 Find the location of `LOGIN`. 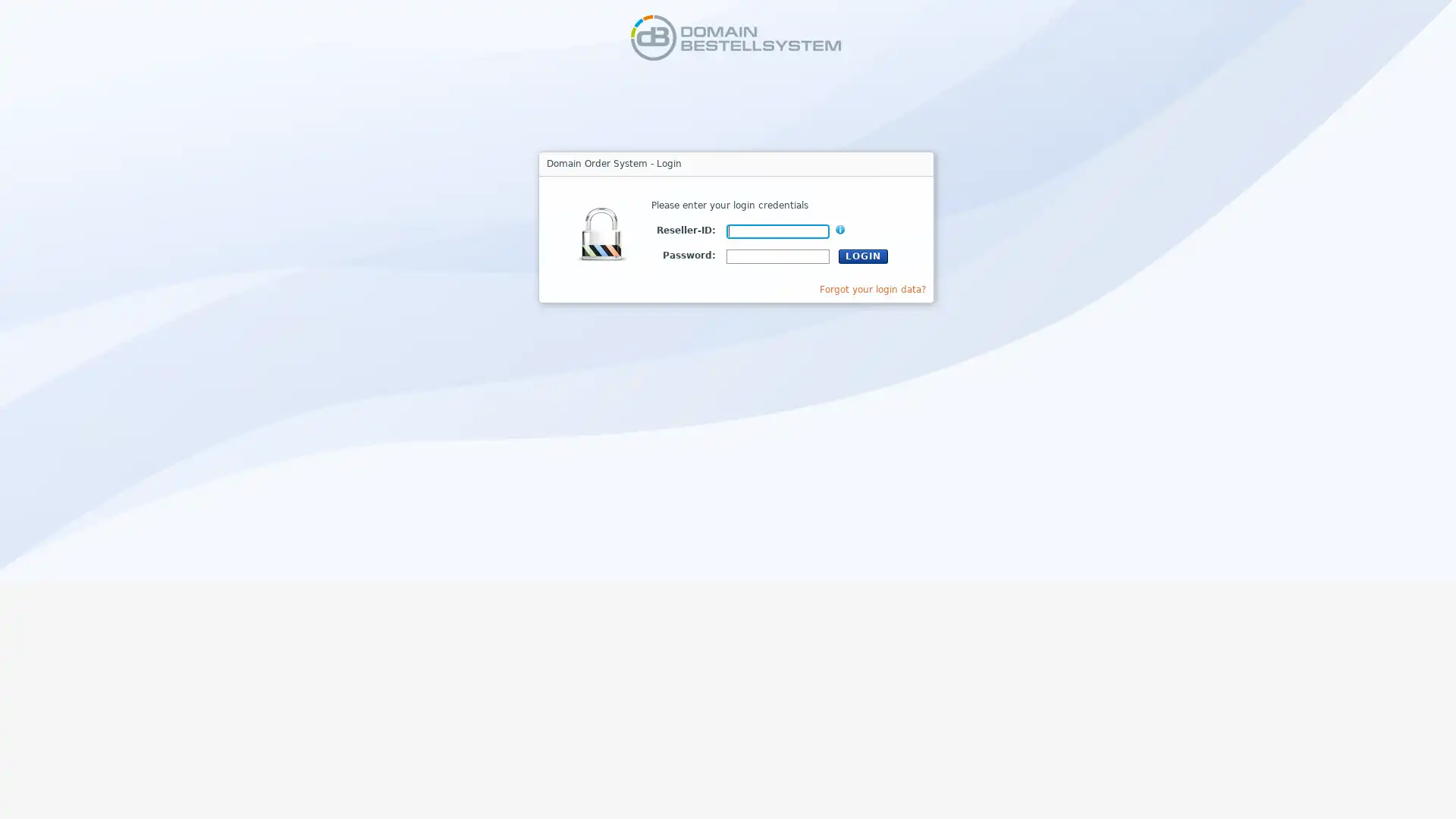

LOGIN is located at coordinates (863, 255).